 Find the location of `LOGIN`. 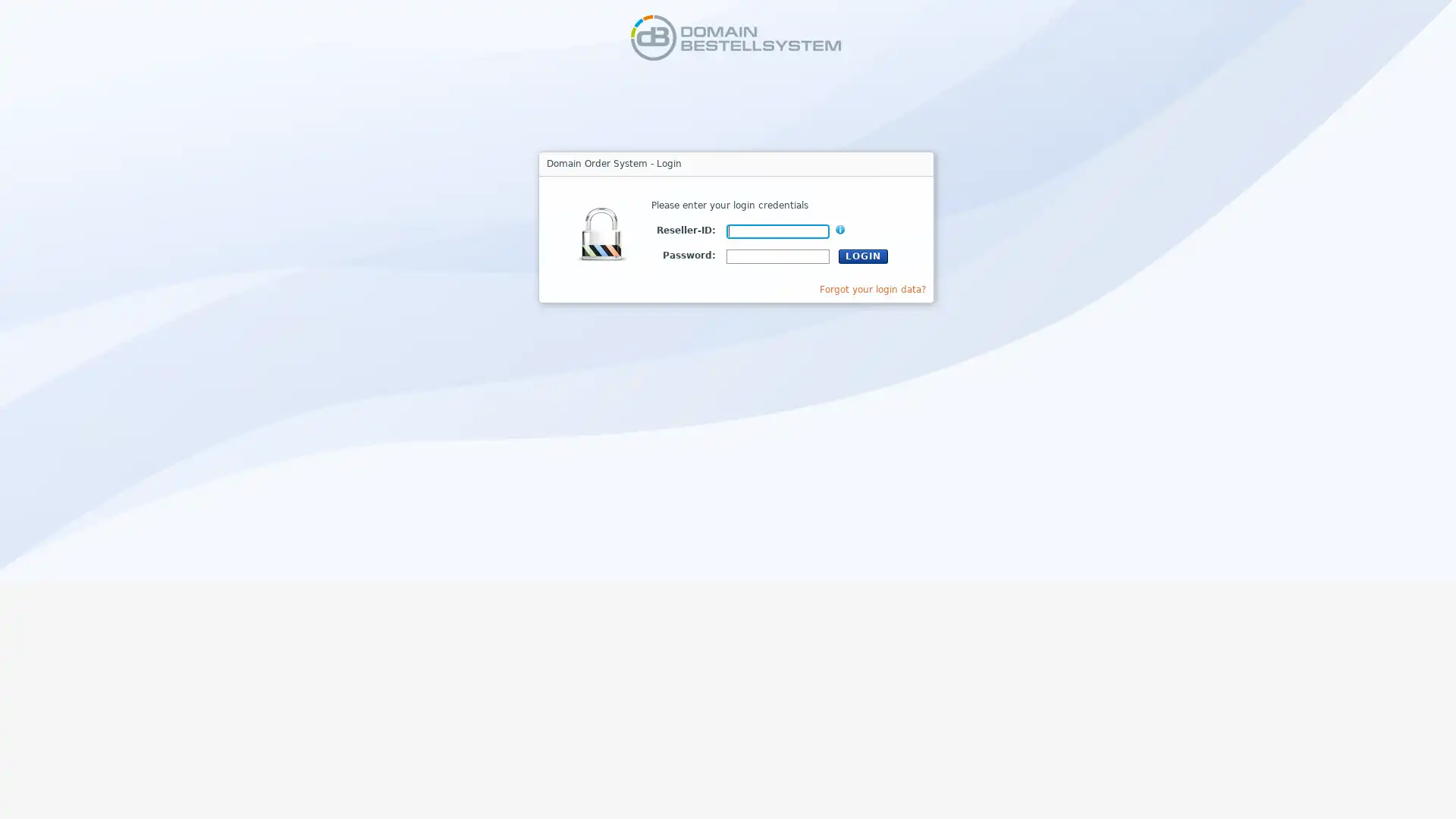

LOGIN is located at coordinates (863, 255).